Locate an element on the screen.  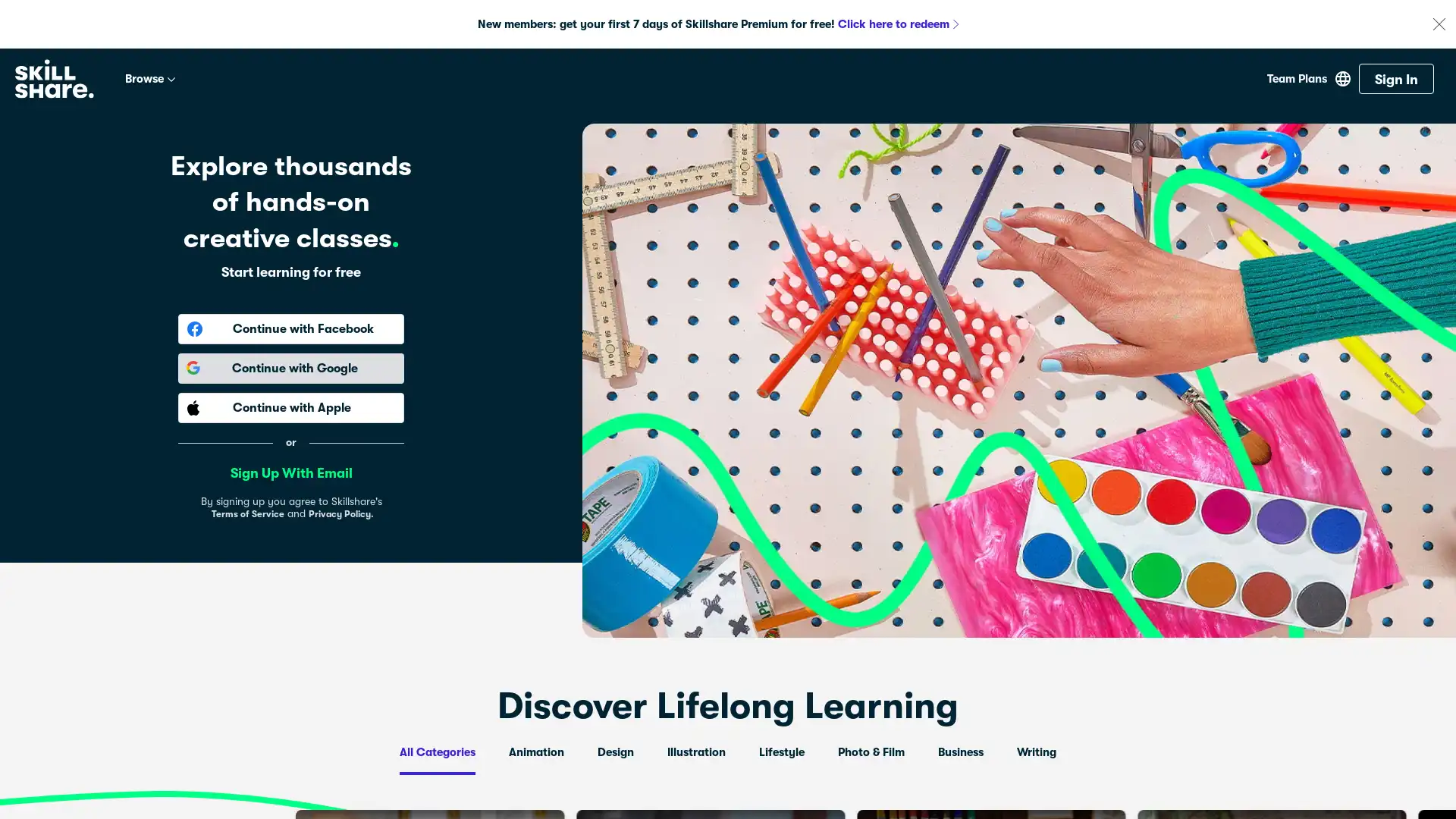
Lifestyle is located at coordinates (782, 757).